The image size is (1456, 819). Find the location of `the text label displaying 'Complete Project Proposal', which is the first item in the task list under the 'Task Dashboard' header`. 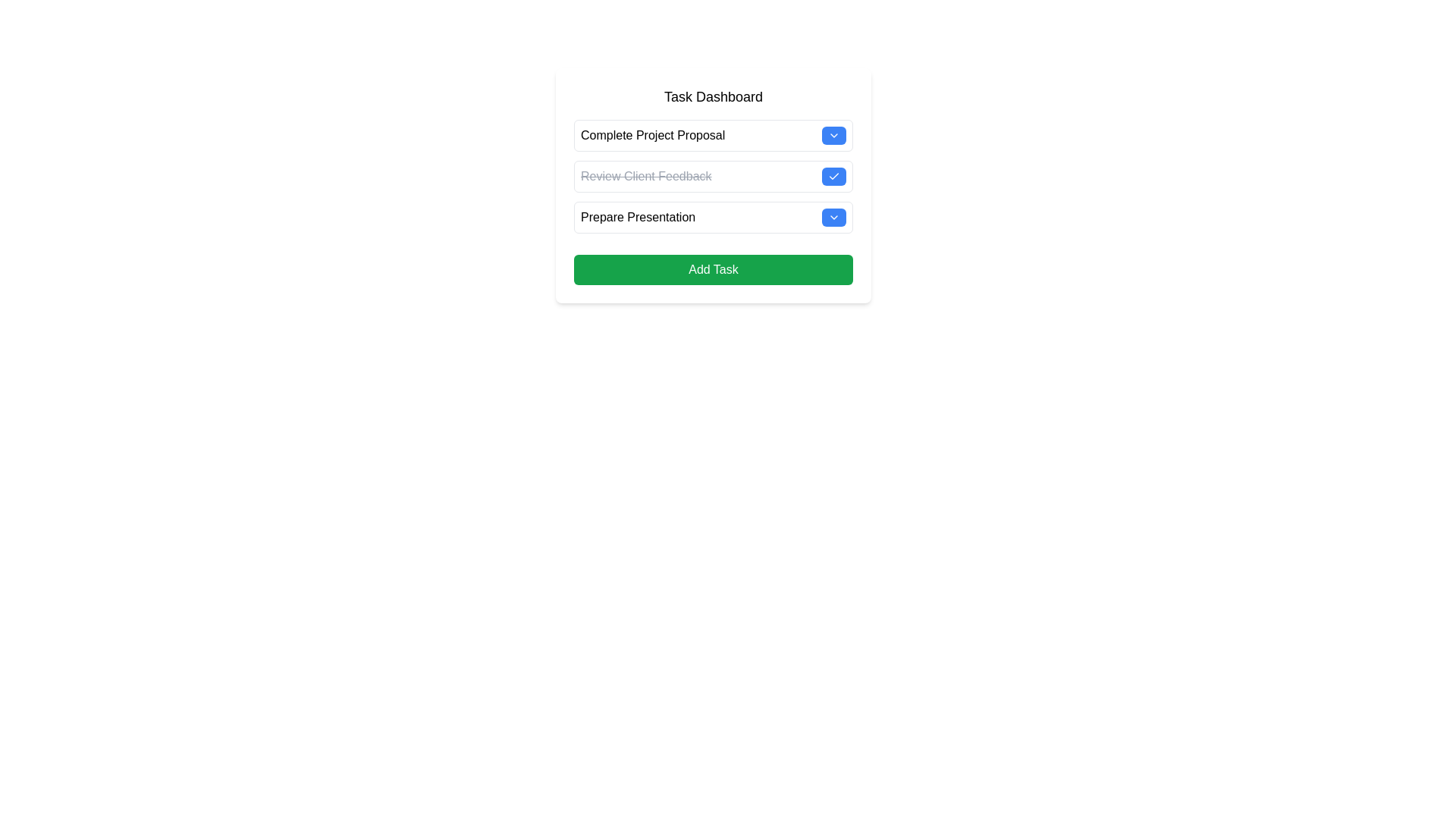

the text label displaying 'Complete Project Proposal', which is the first item in the task list under the 'Task Dashboard' header is located at coordinates (653, 134).